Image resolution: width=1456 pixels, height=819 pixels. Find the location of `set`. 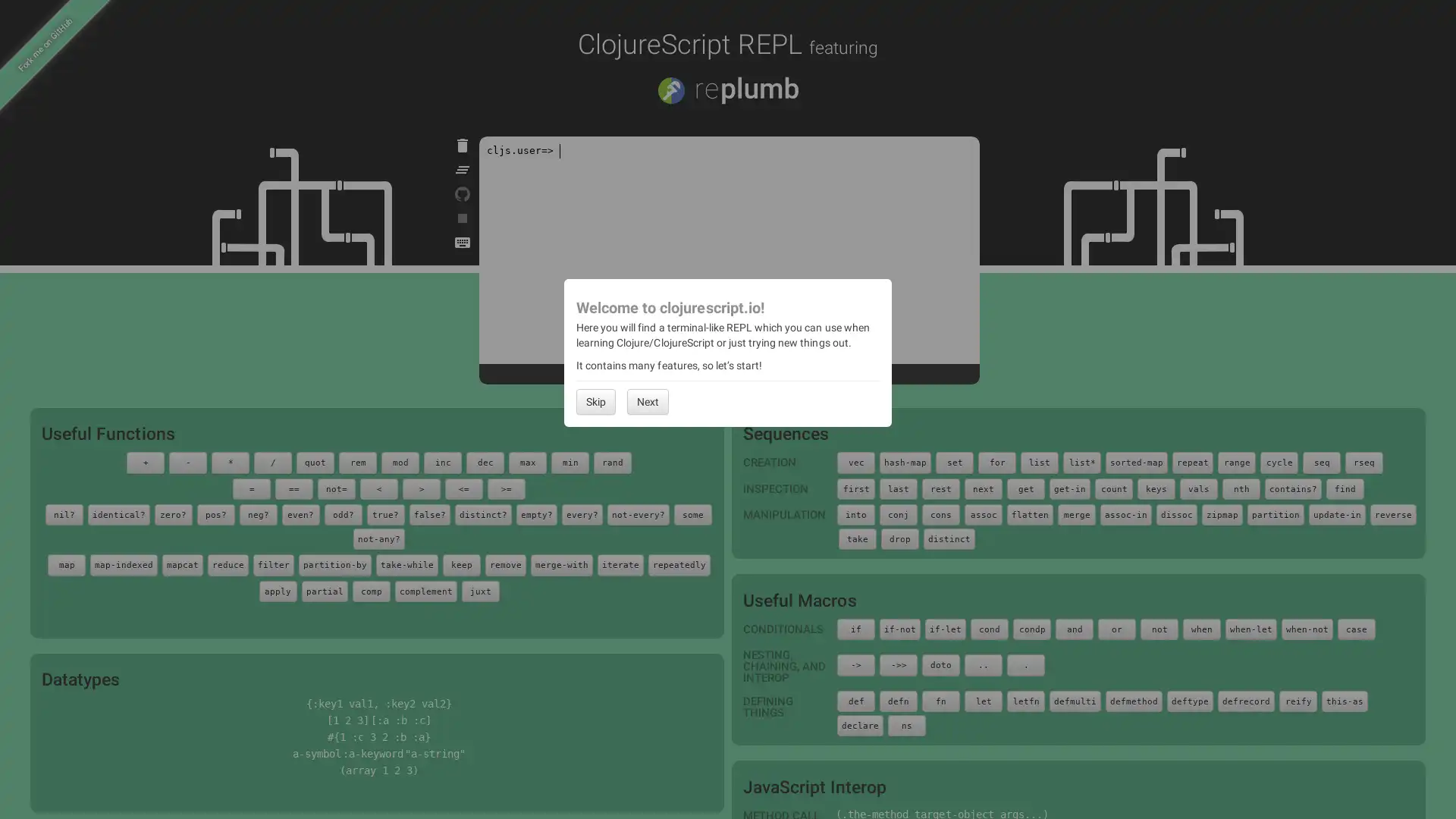

set is located at coordinates (953, 461).